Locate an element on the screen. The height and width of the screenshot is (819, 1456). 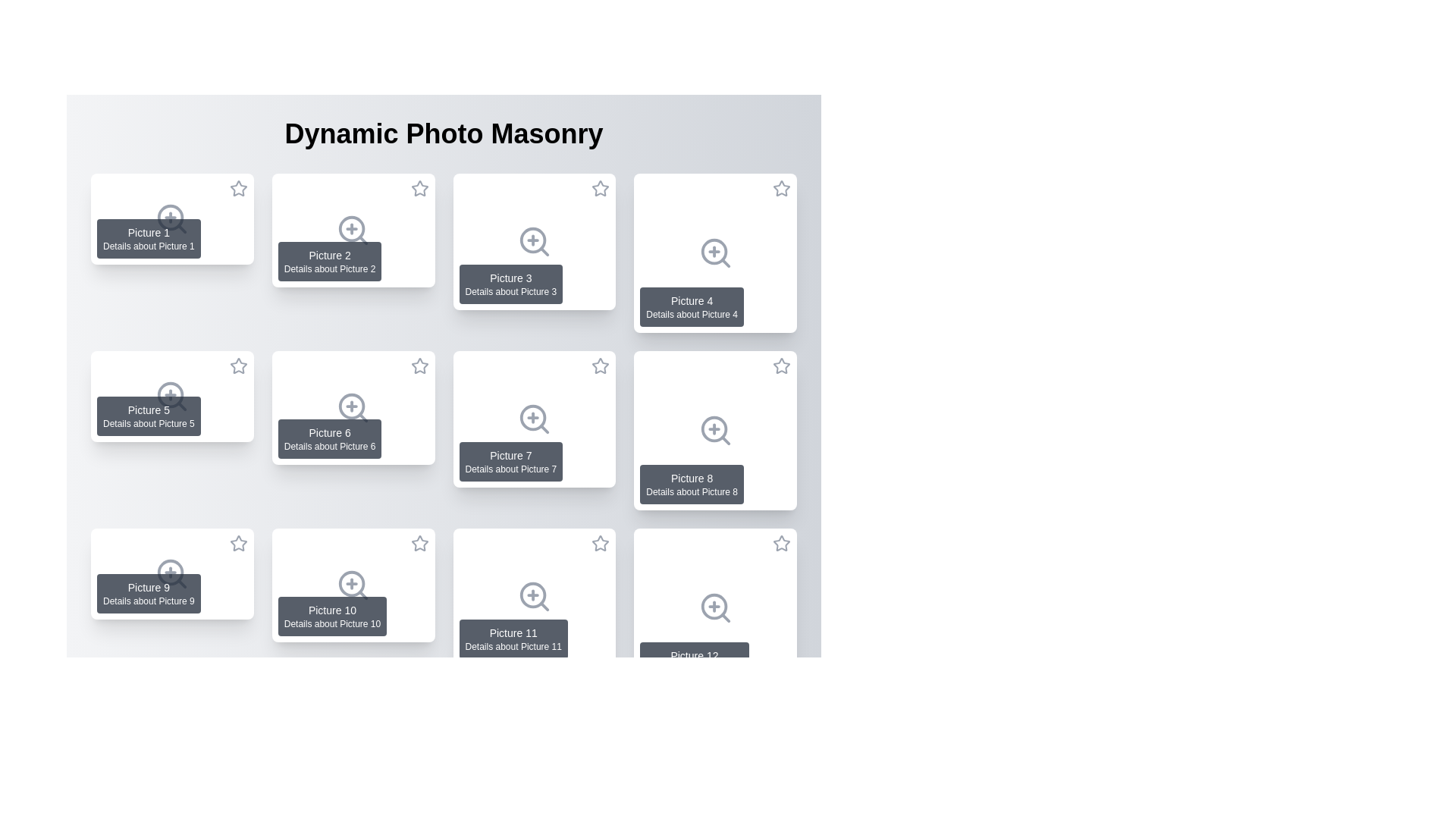
the zoom-in button located at the center of the lower left content card for 'Picture 9' is located at coordinates (172, 573).